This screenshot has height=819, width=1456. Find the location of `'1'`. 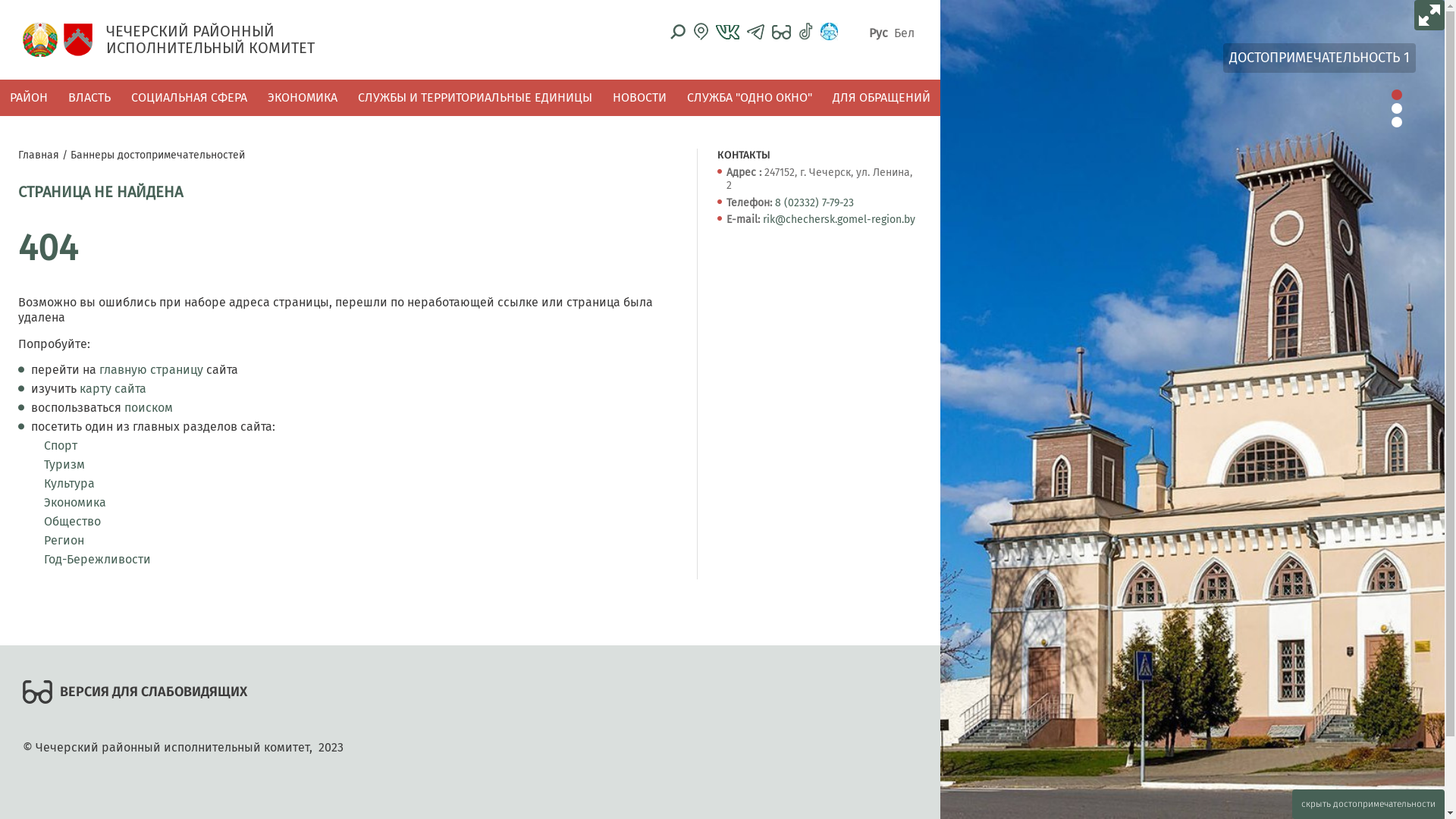

'1' is located at coordinates (1396, 94).